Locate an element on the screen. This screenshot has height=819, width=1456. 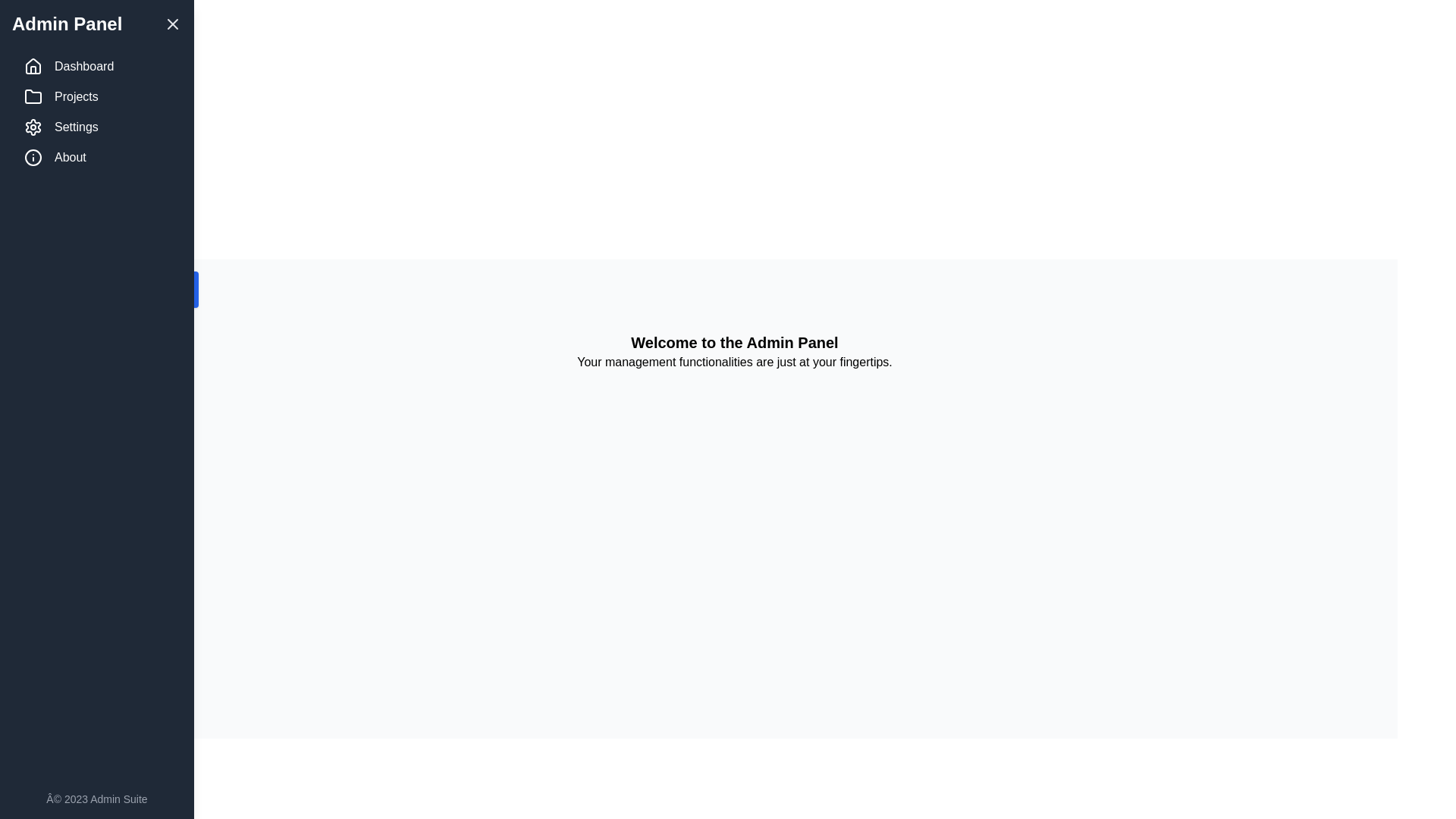
the folder icon located as the second icon from the top in the left sidebar navigation menu is located at coordinates (33, 96).